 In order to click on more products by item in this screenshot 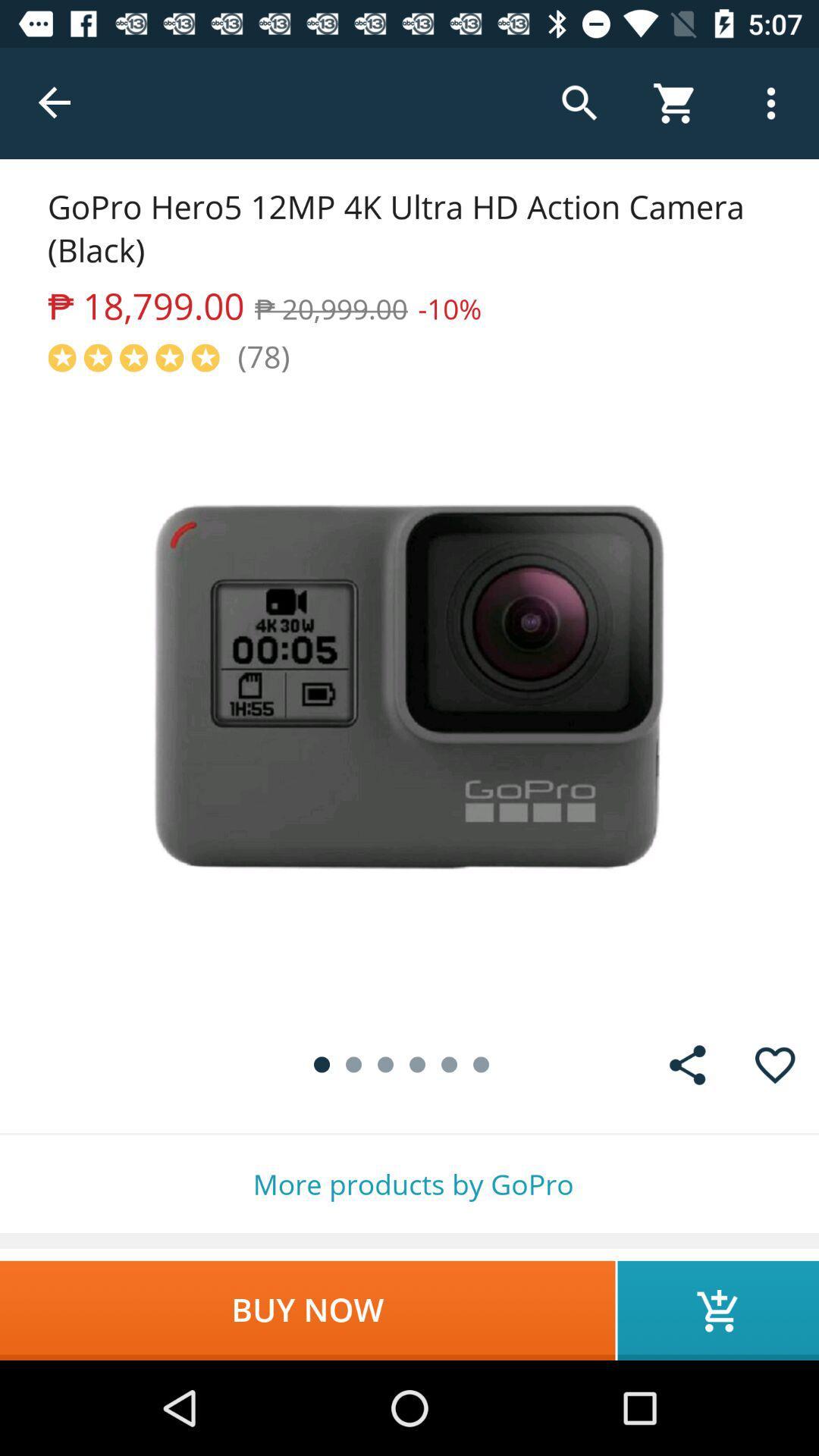, I will do `click(409, 1183)`.